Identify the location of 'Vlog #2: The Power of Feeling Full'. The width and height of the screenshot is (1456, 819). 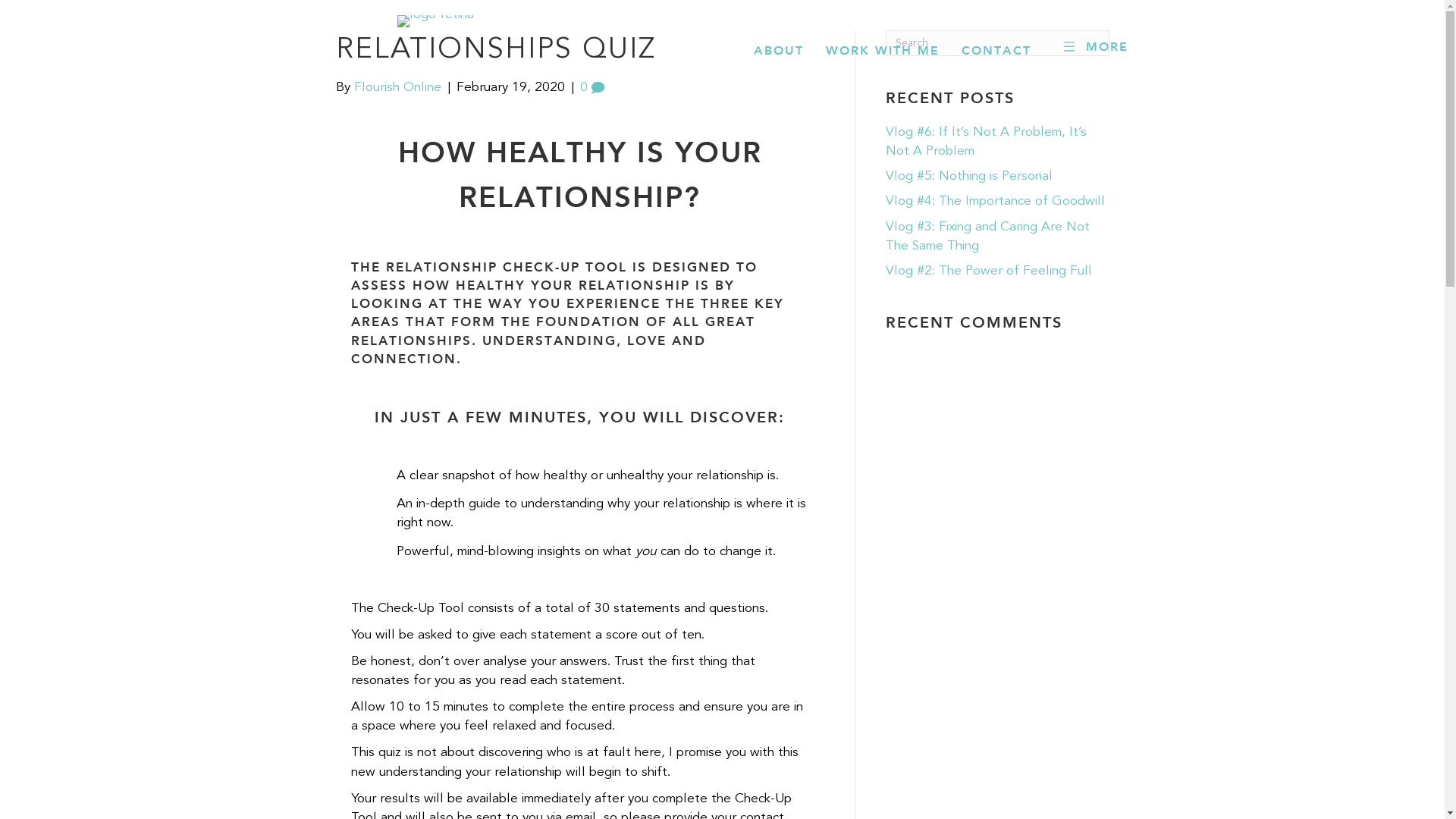
(989, 270).